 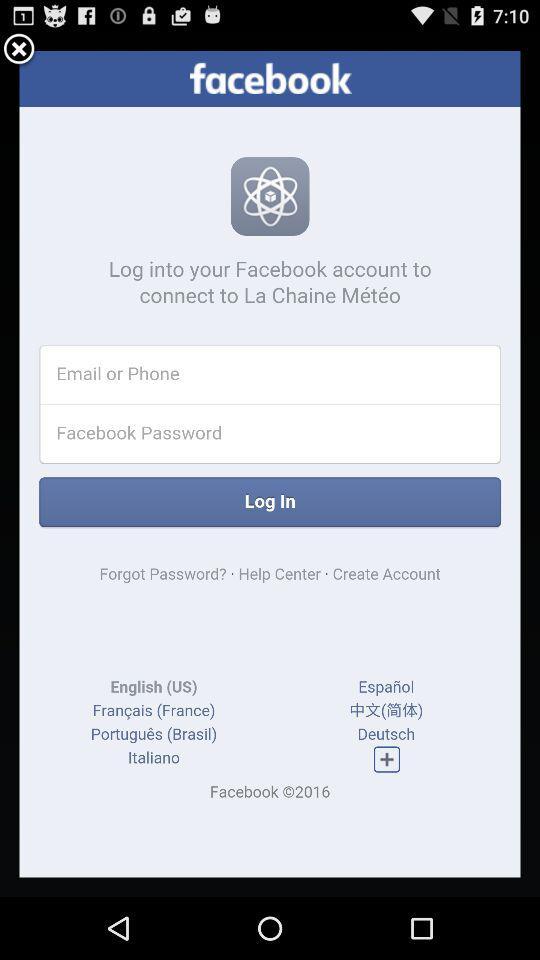 What do you see at coordinates (18, 49) in the screenshot?
I see `cloess button` at bounding box center [18, 49].